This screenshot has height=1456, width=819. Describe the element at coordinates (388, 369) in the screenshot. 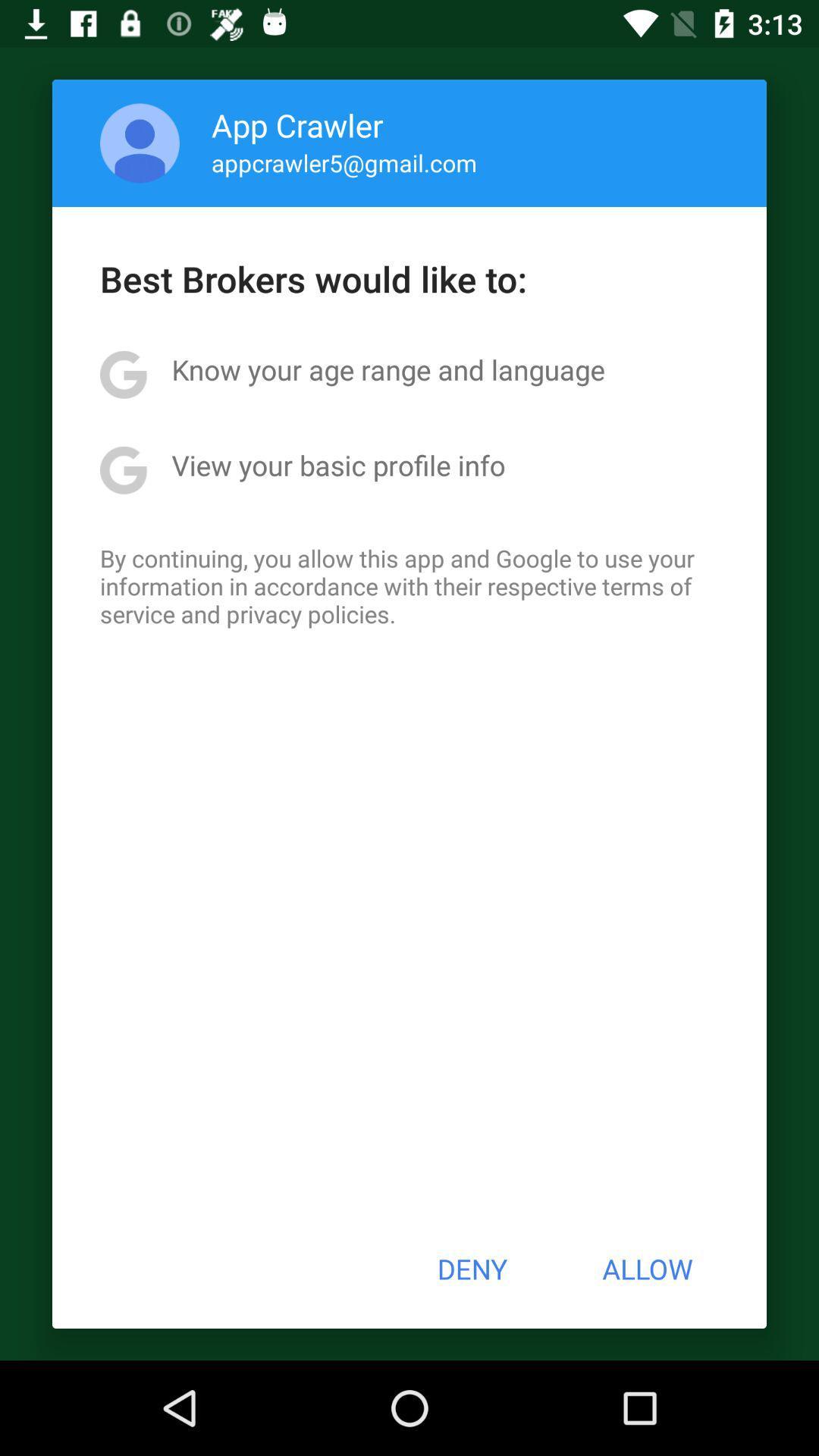

I see `know your age item` at that location.